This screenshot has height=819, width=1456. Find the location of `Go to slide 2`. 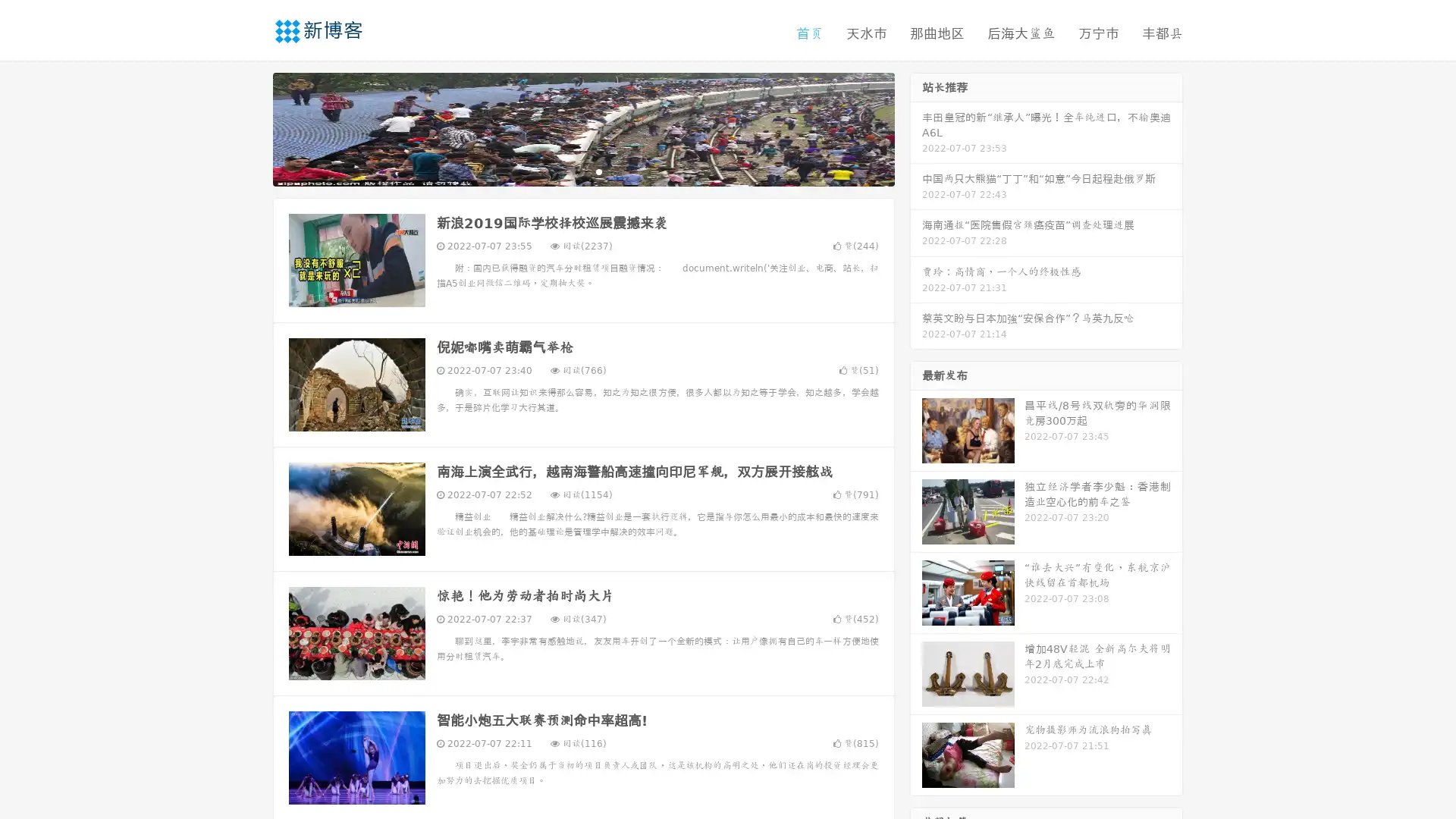

Go to slide 2 is located at coordinates (582, 171).